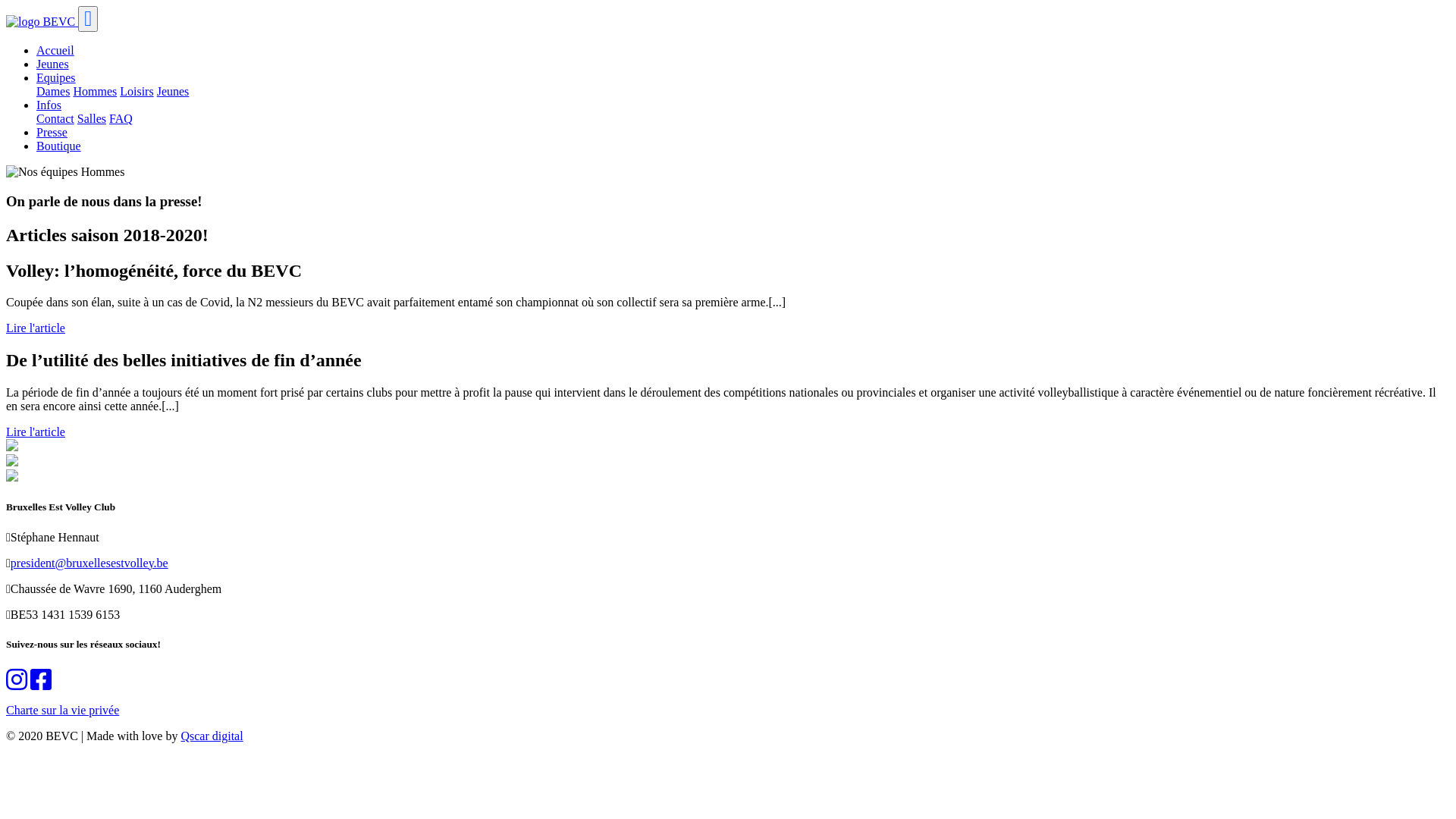  I want to click on 'Dames', so click(36, 91).